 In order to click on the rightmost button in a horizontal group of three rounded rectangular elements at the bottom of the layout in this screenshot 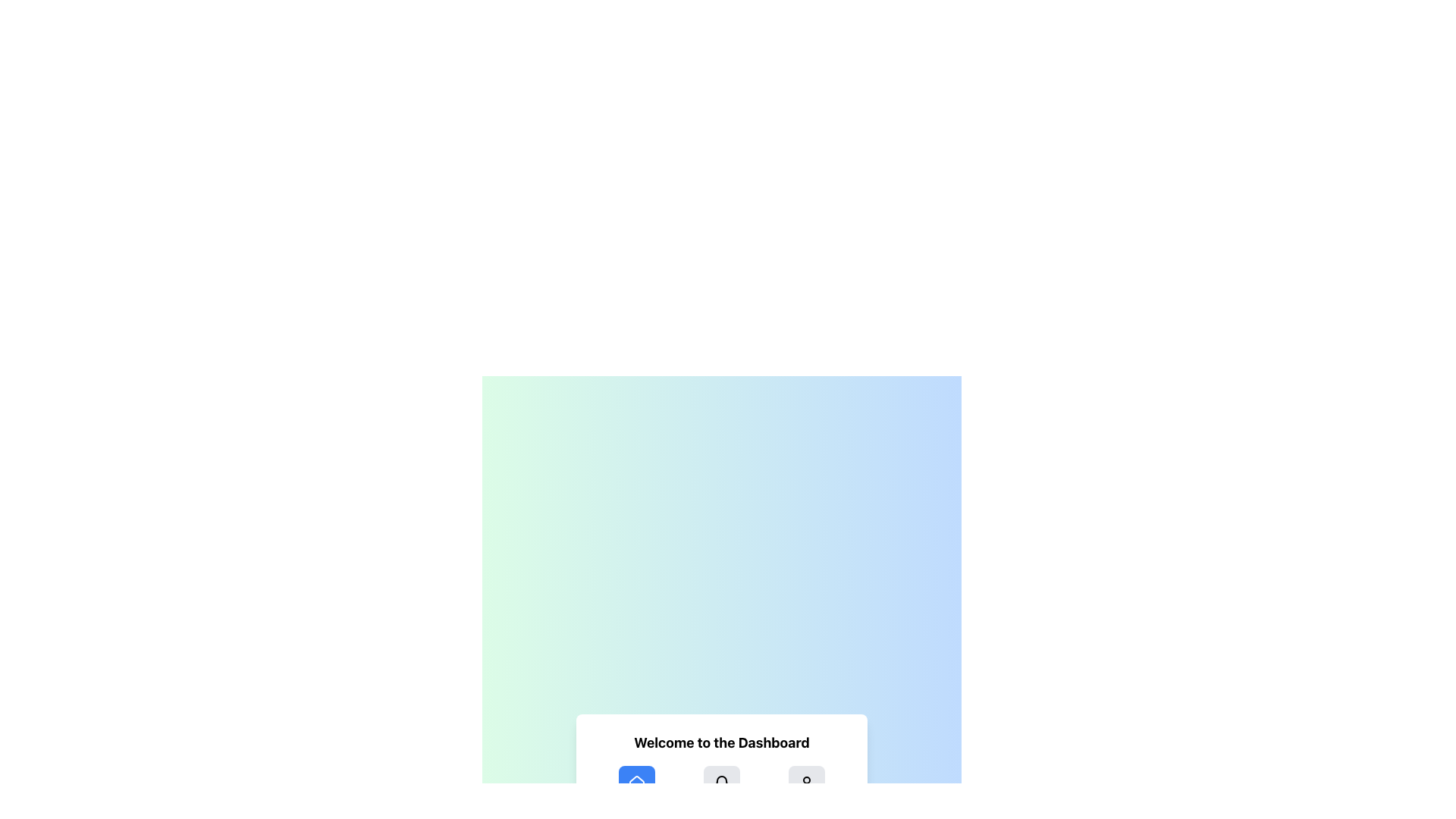, I will do `click(806, 783)`.